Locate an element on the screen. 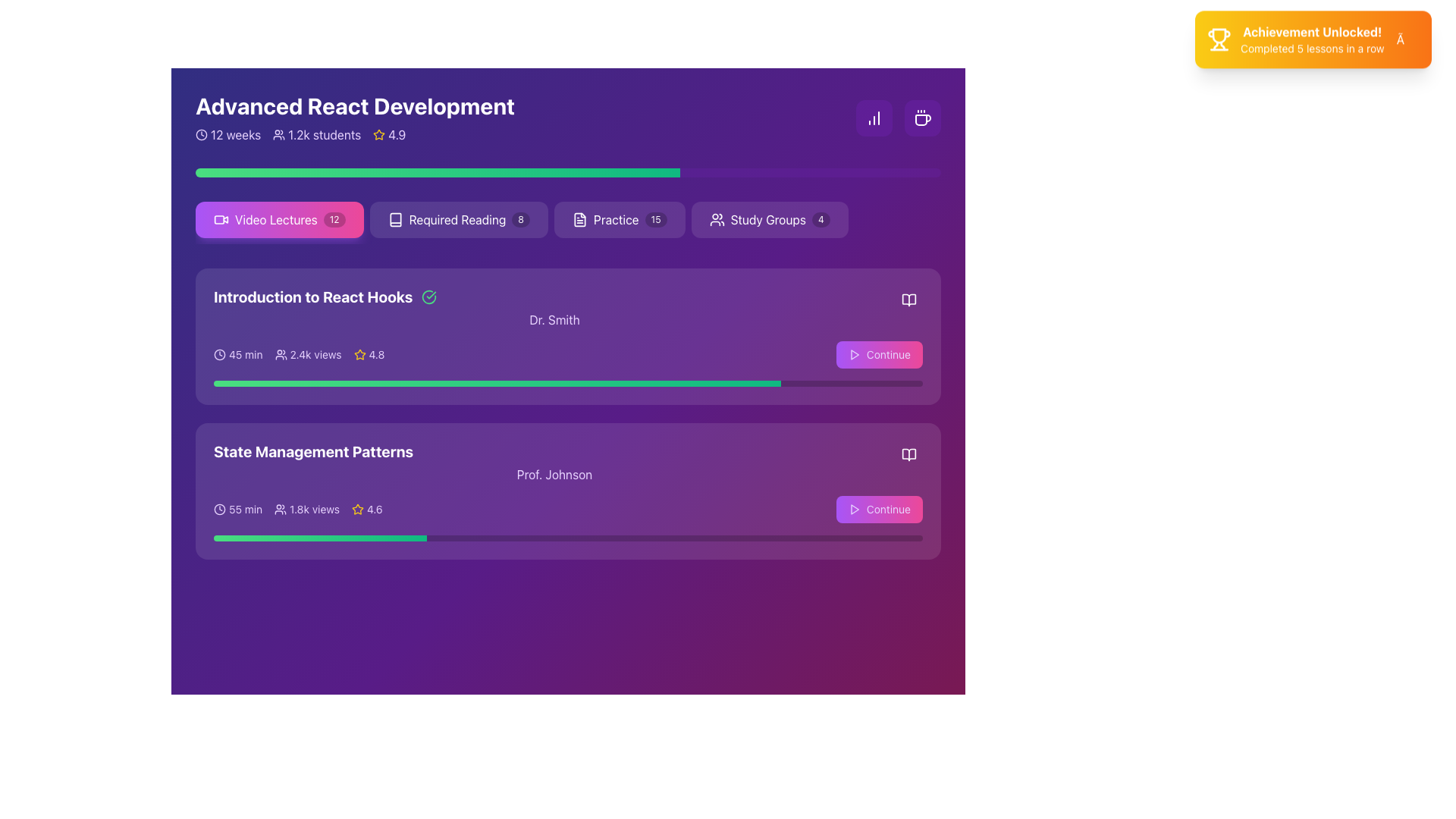 This screenshot has height=819, width=1456. the heading text element labeled 'State Management Patterns', which is displayed in bold over a purple background, located in the lower content card beneath 'Introduction to React Hooks' is located at coordinates (312, 451).